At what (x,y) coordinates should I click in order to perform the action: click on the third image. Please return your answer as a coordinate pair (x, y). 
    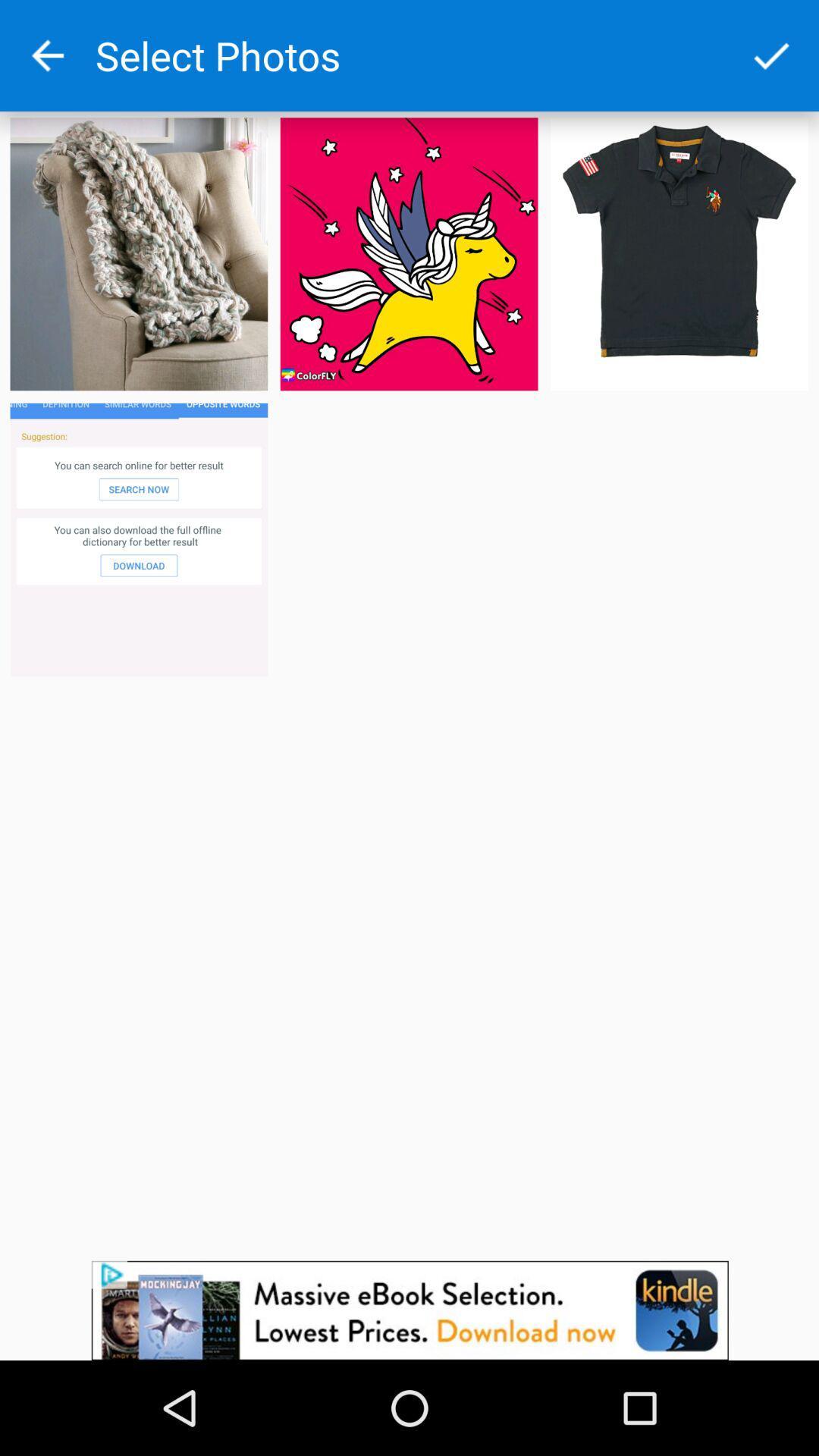
    Looking at the image, I should click on (678, 254).